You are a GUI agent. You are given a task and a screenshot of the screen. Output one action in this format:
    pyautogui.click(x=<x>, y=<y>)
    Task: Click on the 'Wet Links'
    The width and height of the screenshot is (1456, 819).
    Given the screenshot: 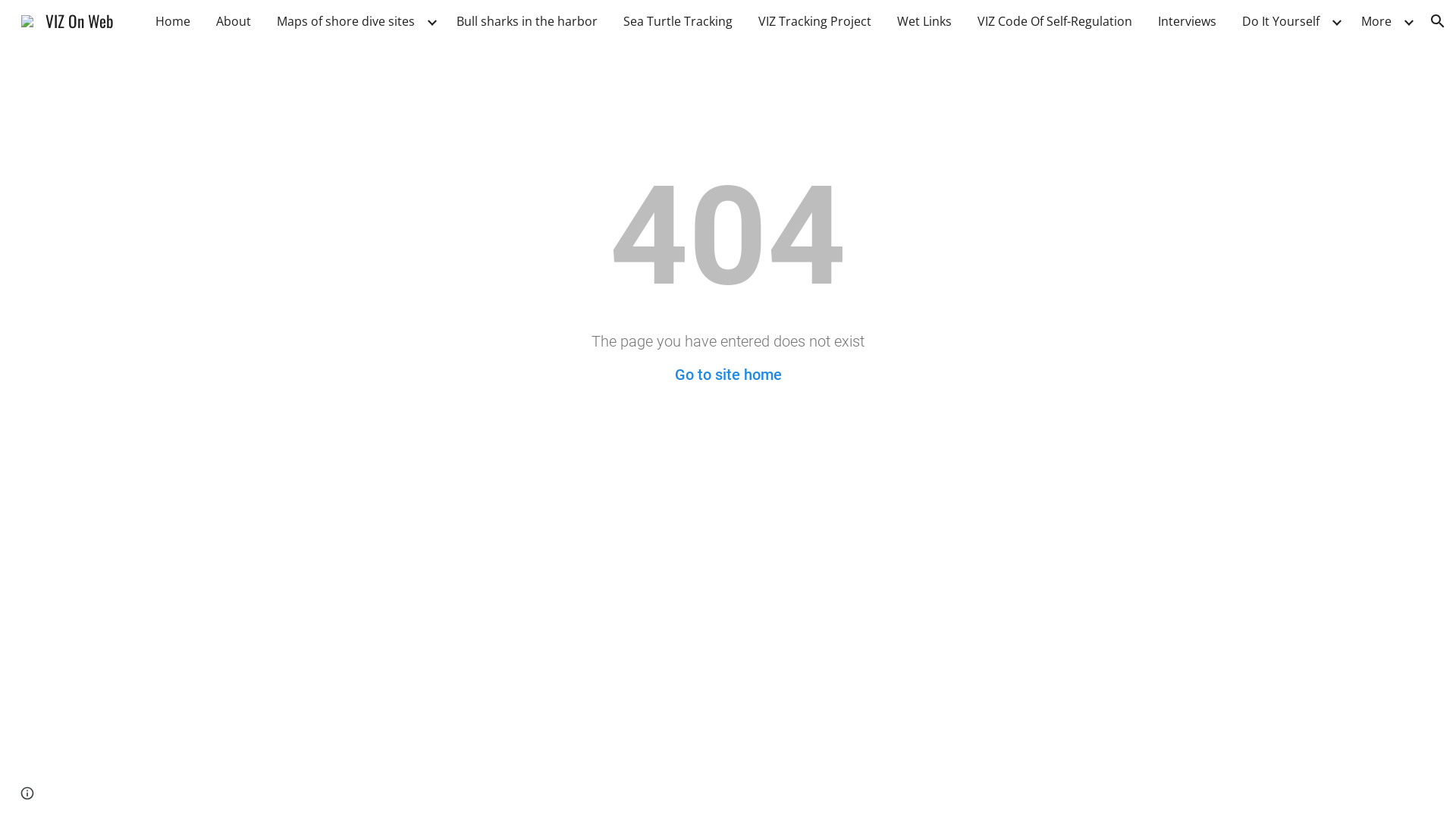 What is the action you would take?
    pyautogui.click(x=924, y=20)
    